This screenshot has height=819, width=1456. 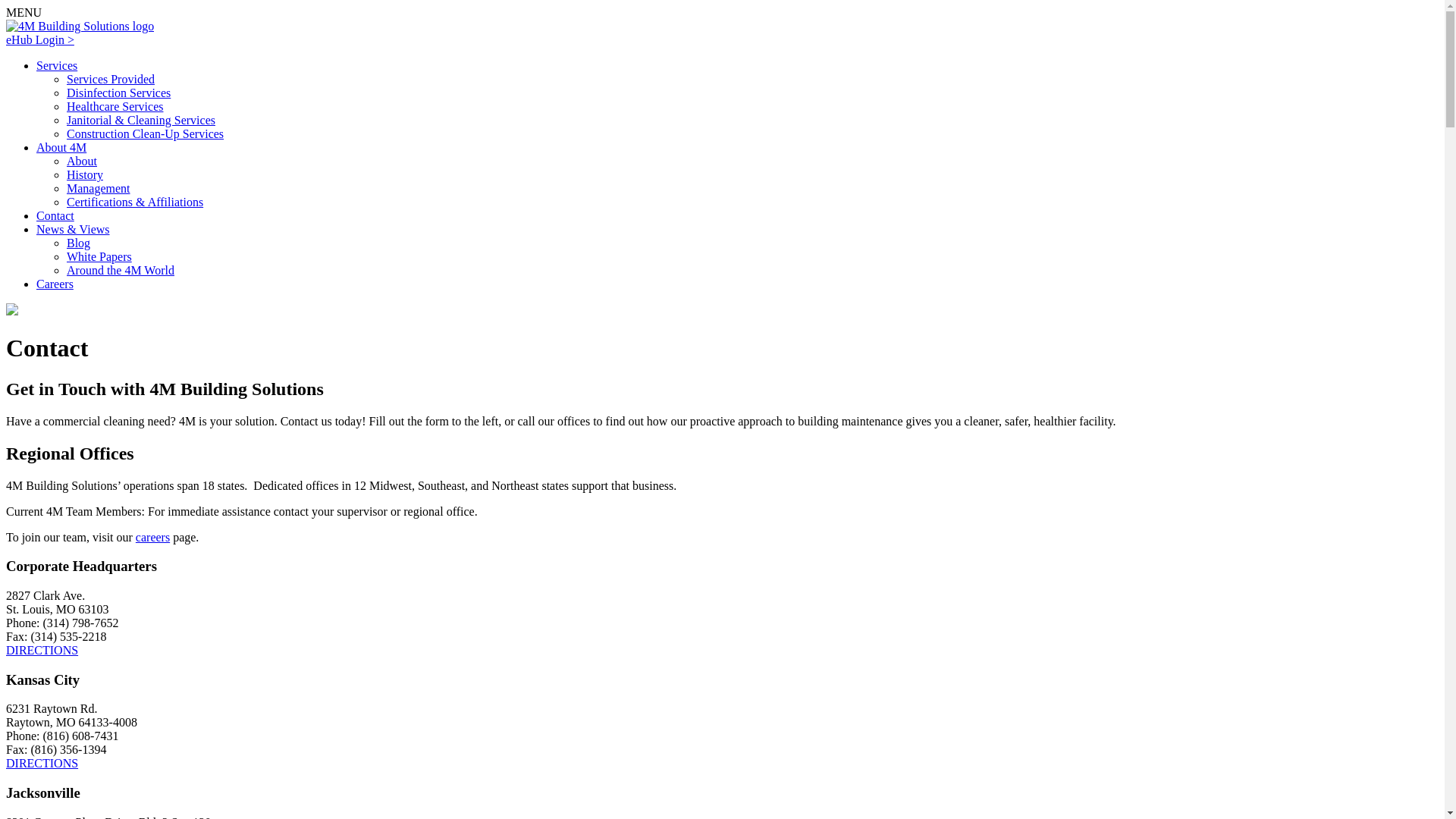 What do you see at coordinates (97, 187) in the screenshot?
I see `'Management'` at bounding box center [97, 187].